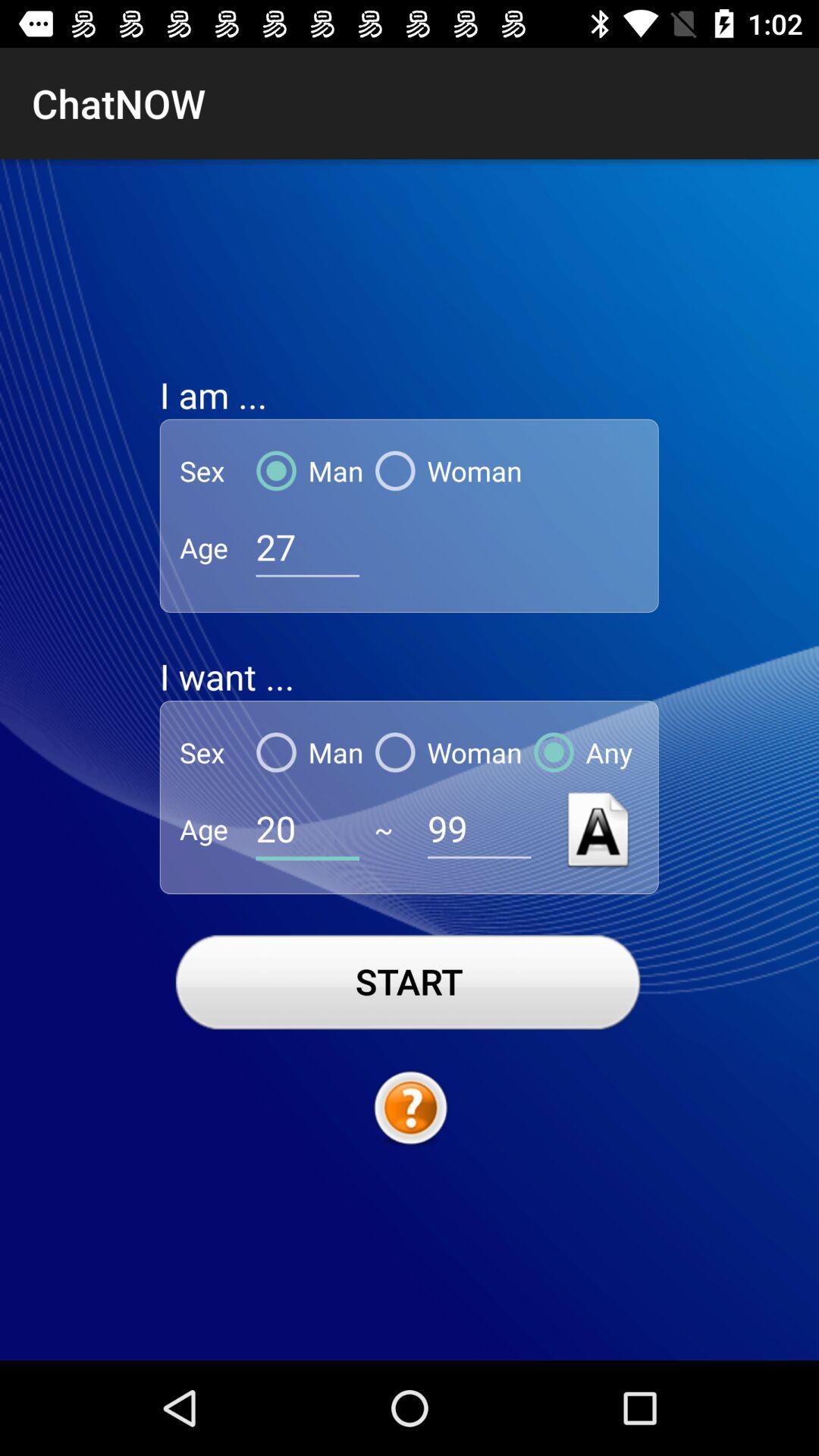  What do you see at coordinates (409, 1109) in the screenshot?
I see `hints` at bounding box center [409, 1109].